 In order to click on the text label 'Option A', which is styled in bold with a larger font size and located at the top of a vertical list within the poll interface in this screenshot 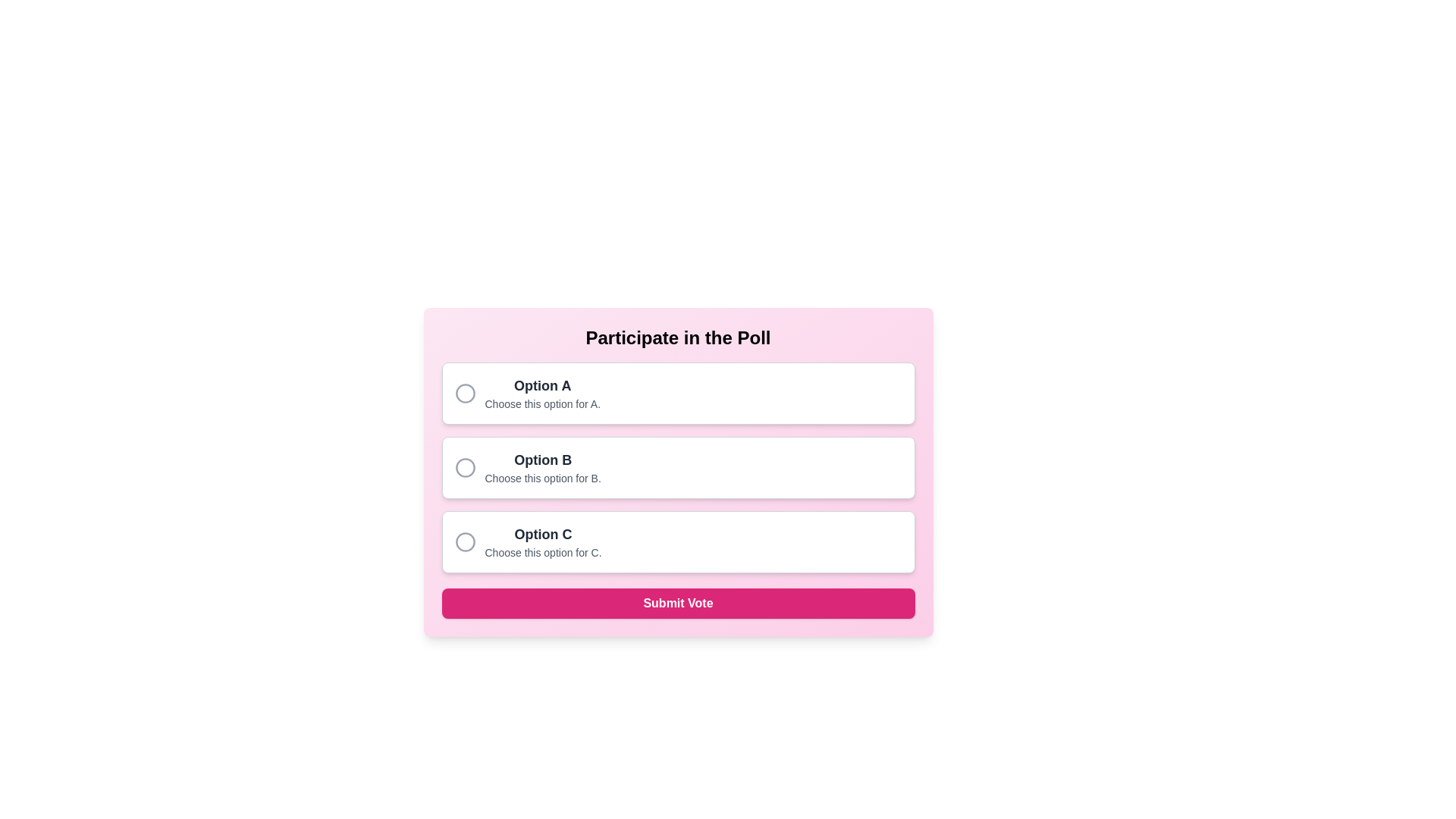, I will do `click(542, 385)`.